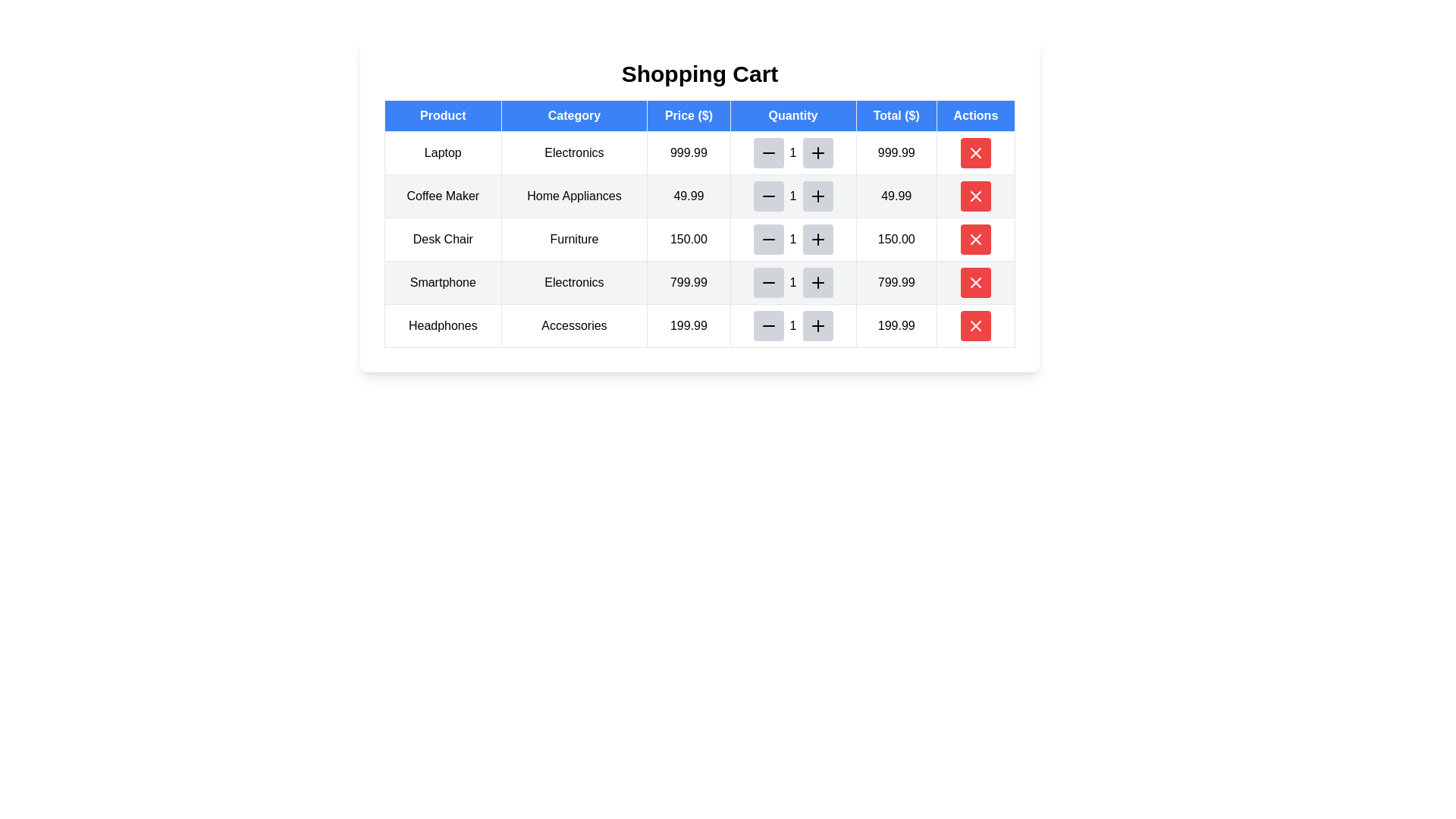 The width and height of the screenshot is (1456, 819). Describe the element at coordinates (896, 325) in the screenshot. I see `the static text element displaying the total price for the 'Headphones' product, located in the last row of the table under the 'Total ($)' column` at that location.